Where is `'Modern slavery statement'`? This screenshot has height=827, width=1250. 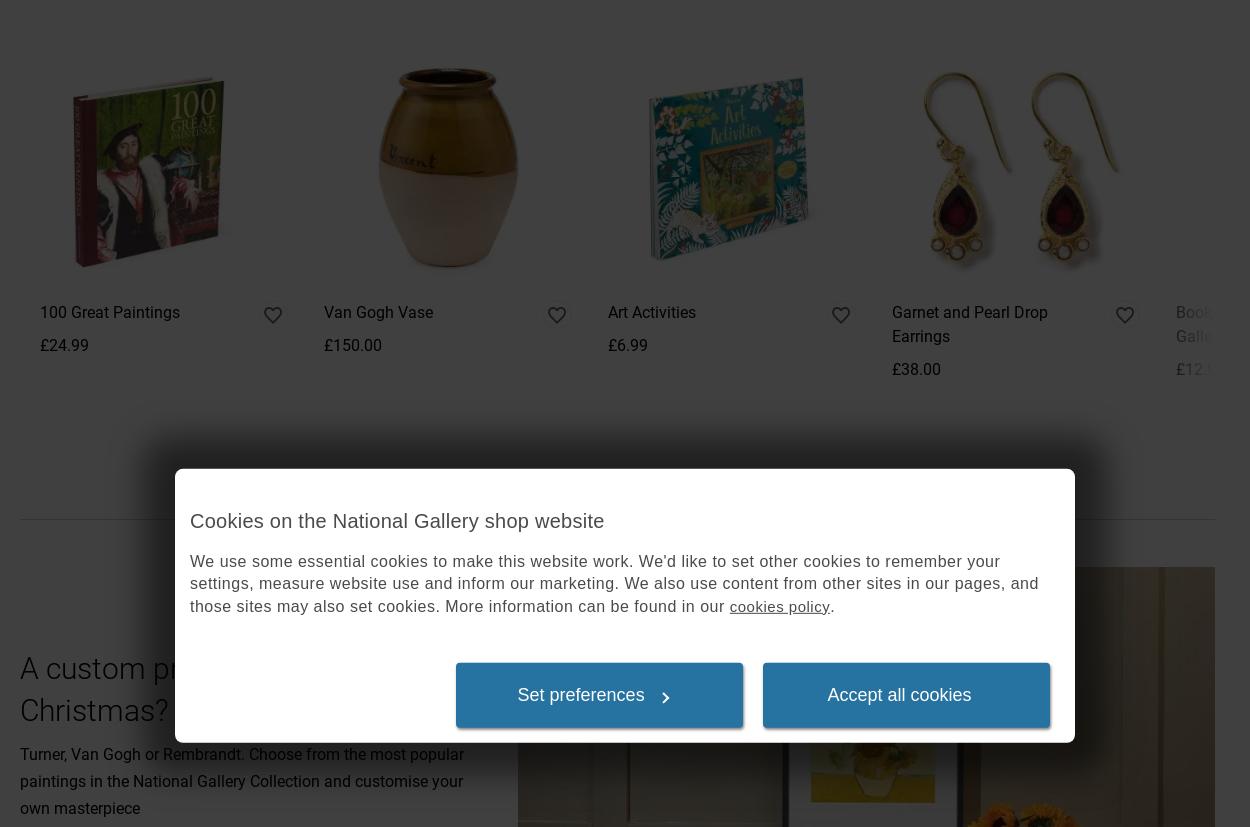
'Modern slavery statement' is located at coordinates (883, 333).